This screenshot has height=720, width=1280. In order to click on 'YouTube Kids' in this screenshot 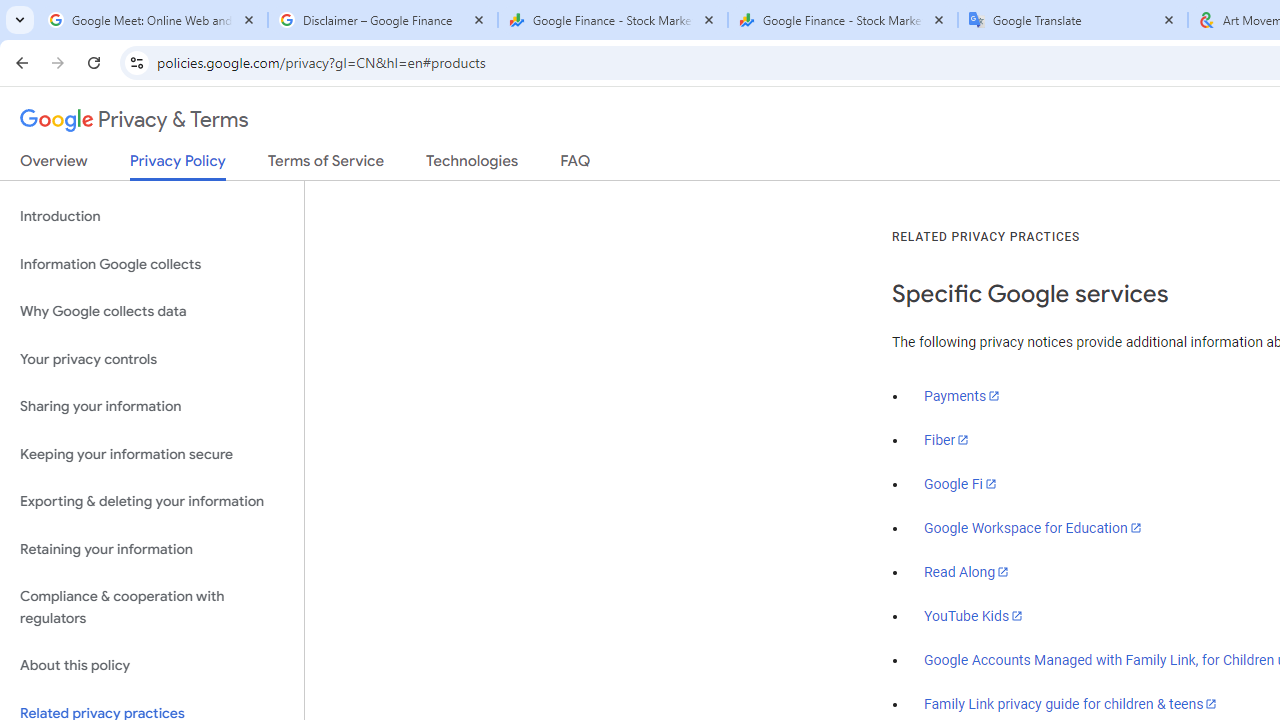, I will do `click(974, 614)`.